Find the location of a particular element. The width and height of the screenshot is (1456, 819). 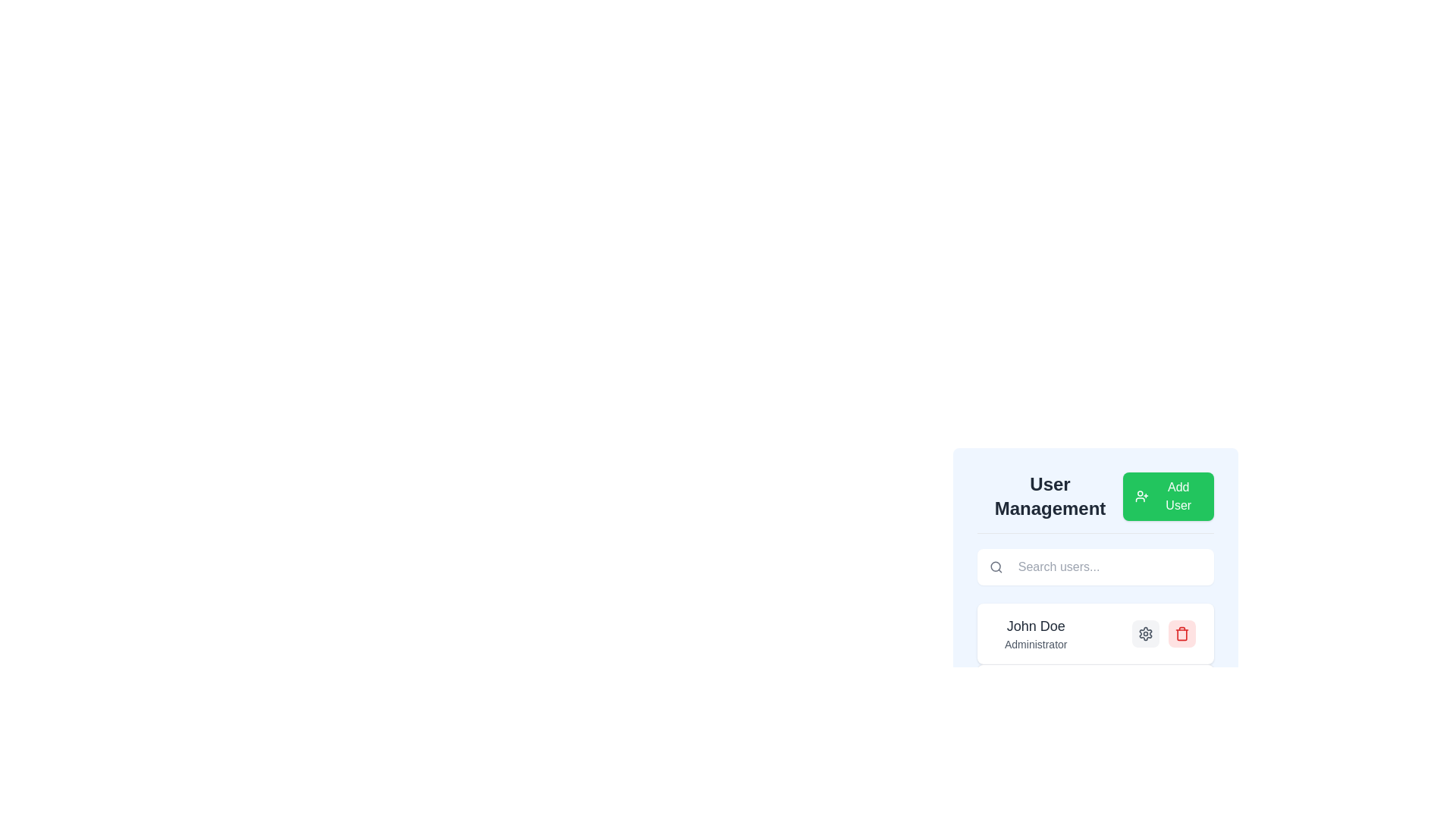

the small, square button with a light red background and a centered trash can icon is located at coordinates (1181, 634).